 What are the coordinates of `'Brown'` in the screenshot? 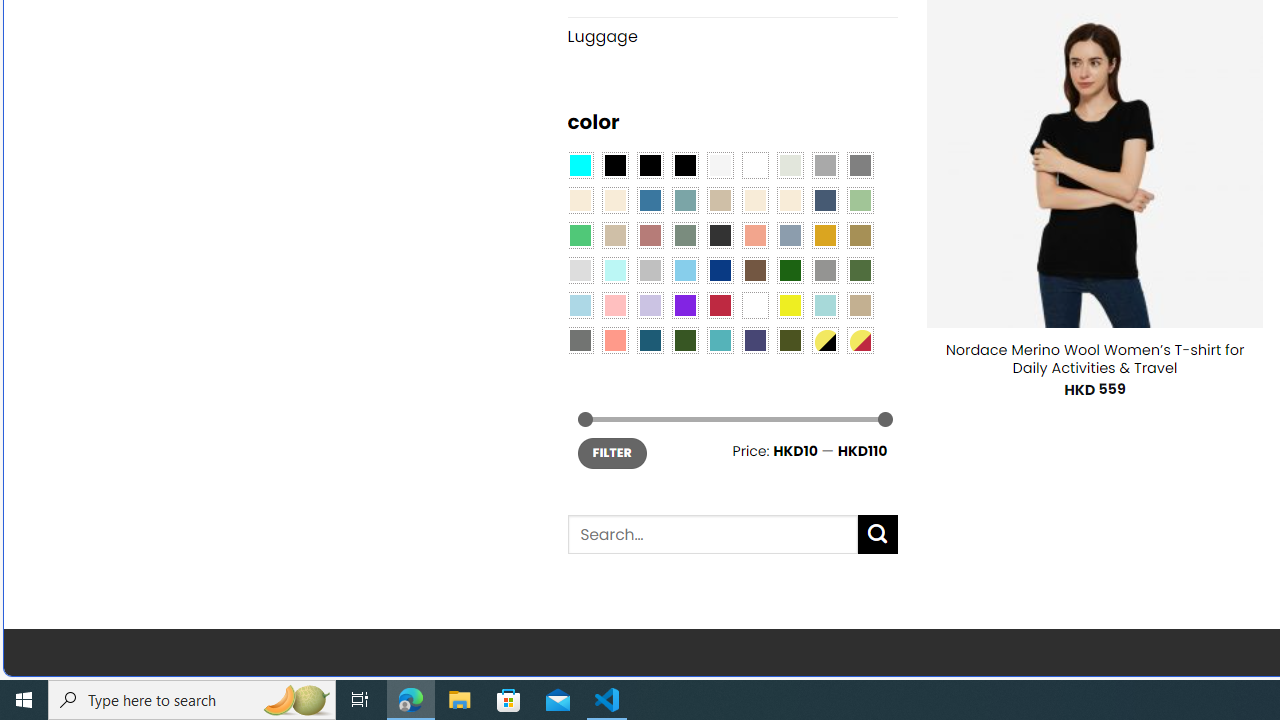 It's located at (754, 270).